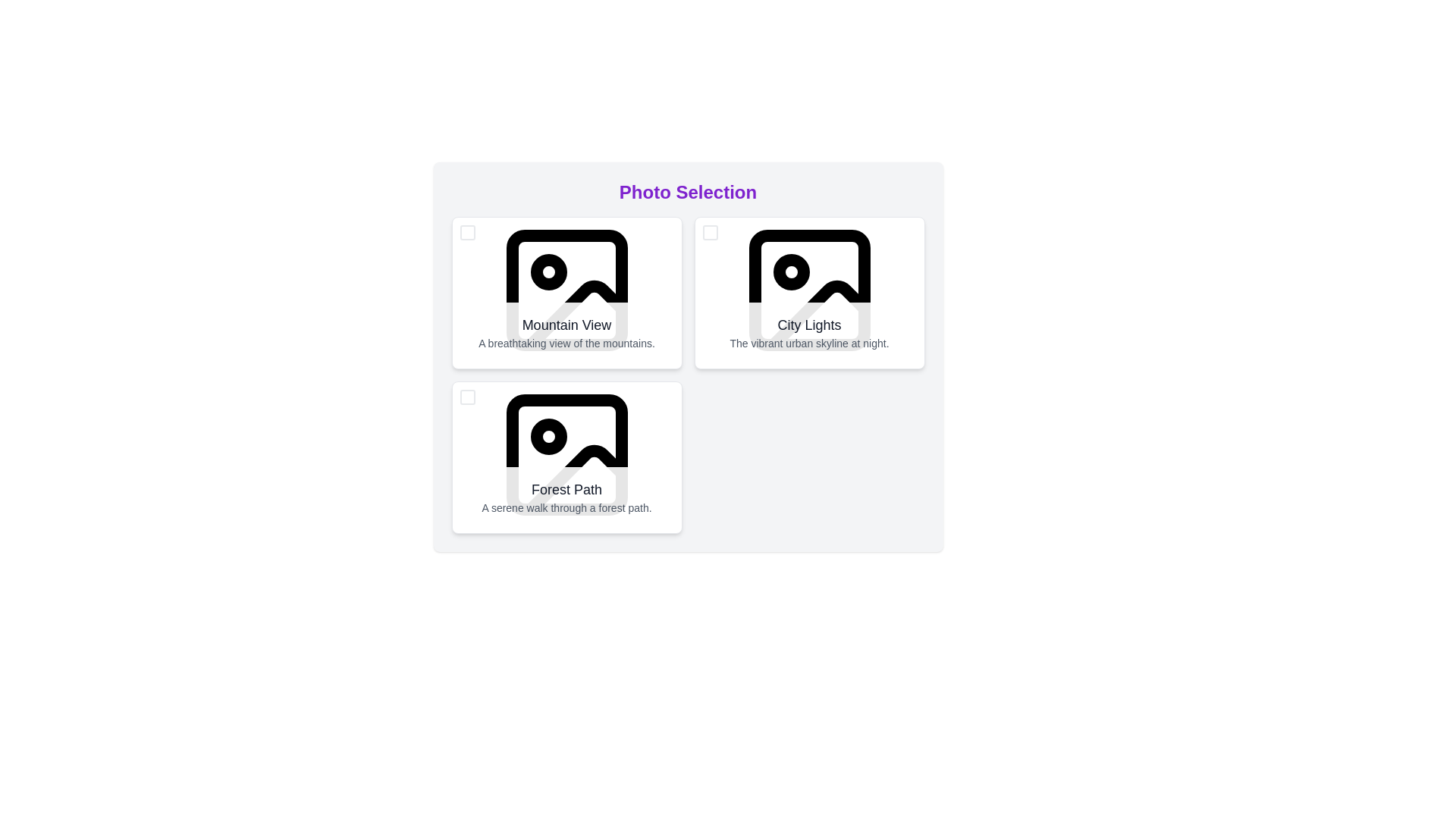 Image resolution: width=1456 pixels, height=819 pixels. What do you see at coordinates (566, 489) in the screenshot?
I see `the descriptive text label located in the lower part of the third box in the grid layout, which provides a title or name for the associated image` at bounding box center [566, 489].